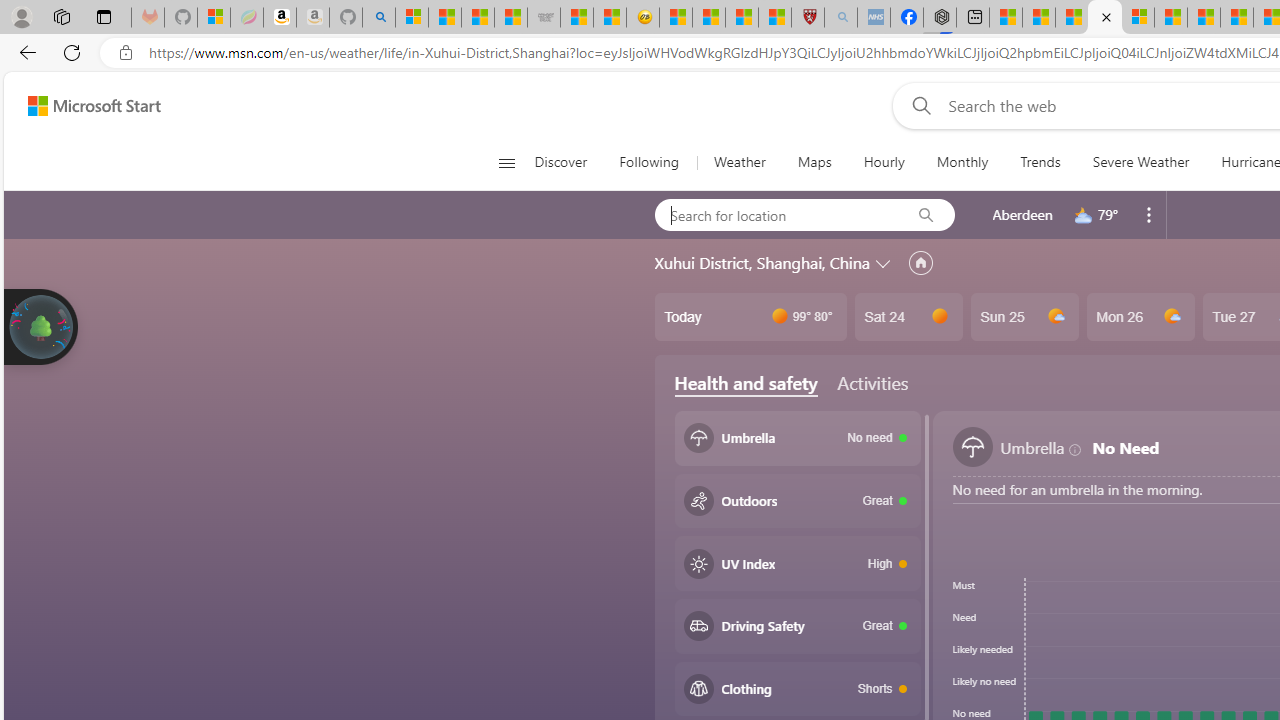 The width and height of the screenshot is (1280, 720). I want to click on 'Activities', so click(872, 383).